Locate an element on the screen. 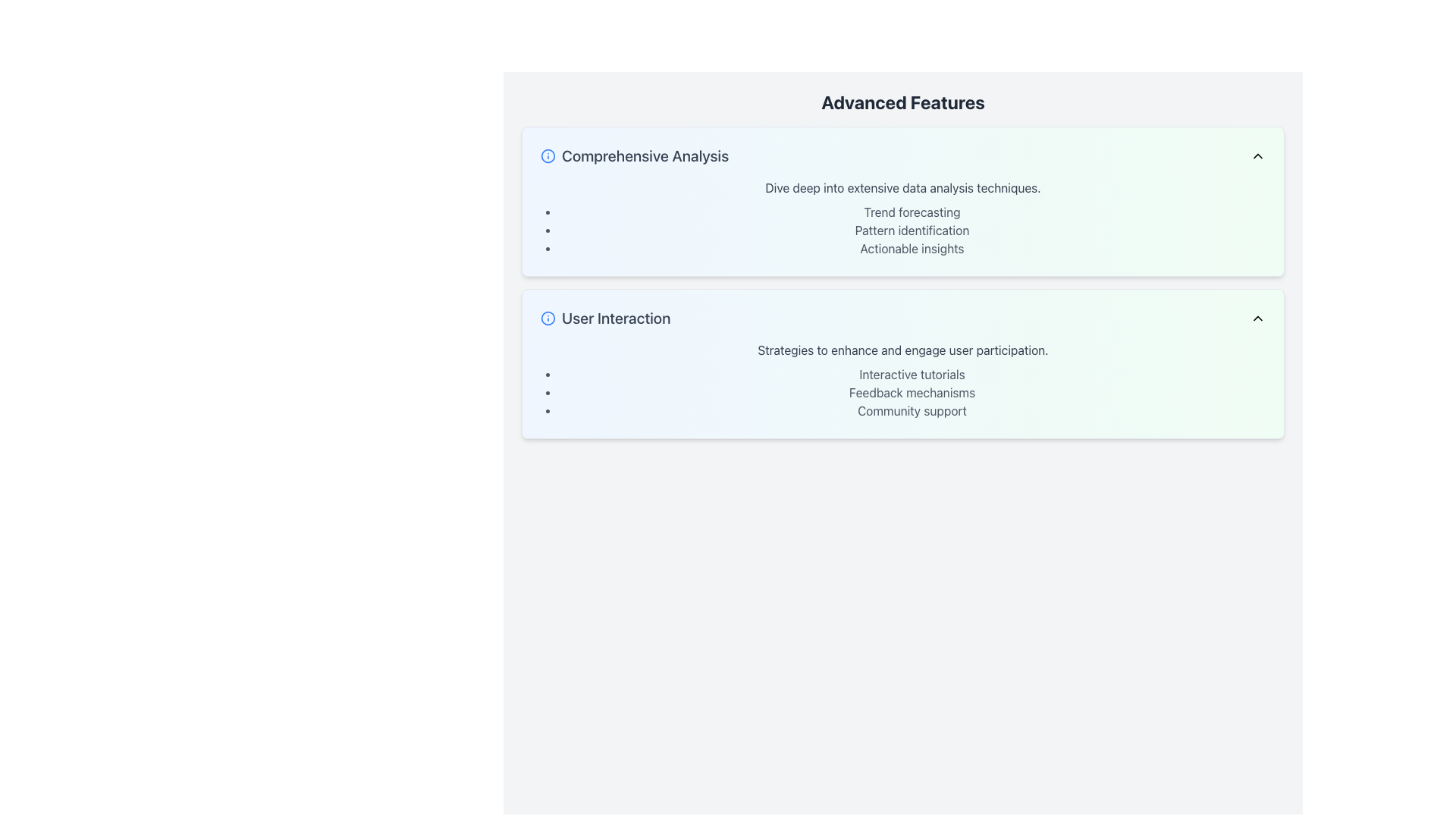 The height and width of the screenshot is (819, 1456). an item in the bulleted list under the 'Comprehensive Analysis' section is located at coordinates (902, 231).